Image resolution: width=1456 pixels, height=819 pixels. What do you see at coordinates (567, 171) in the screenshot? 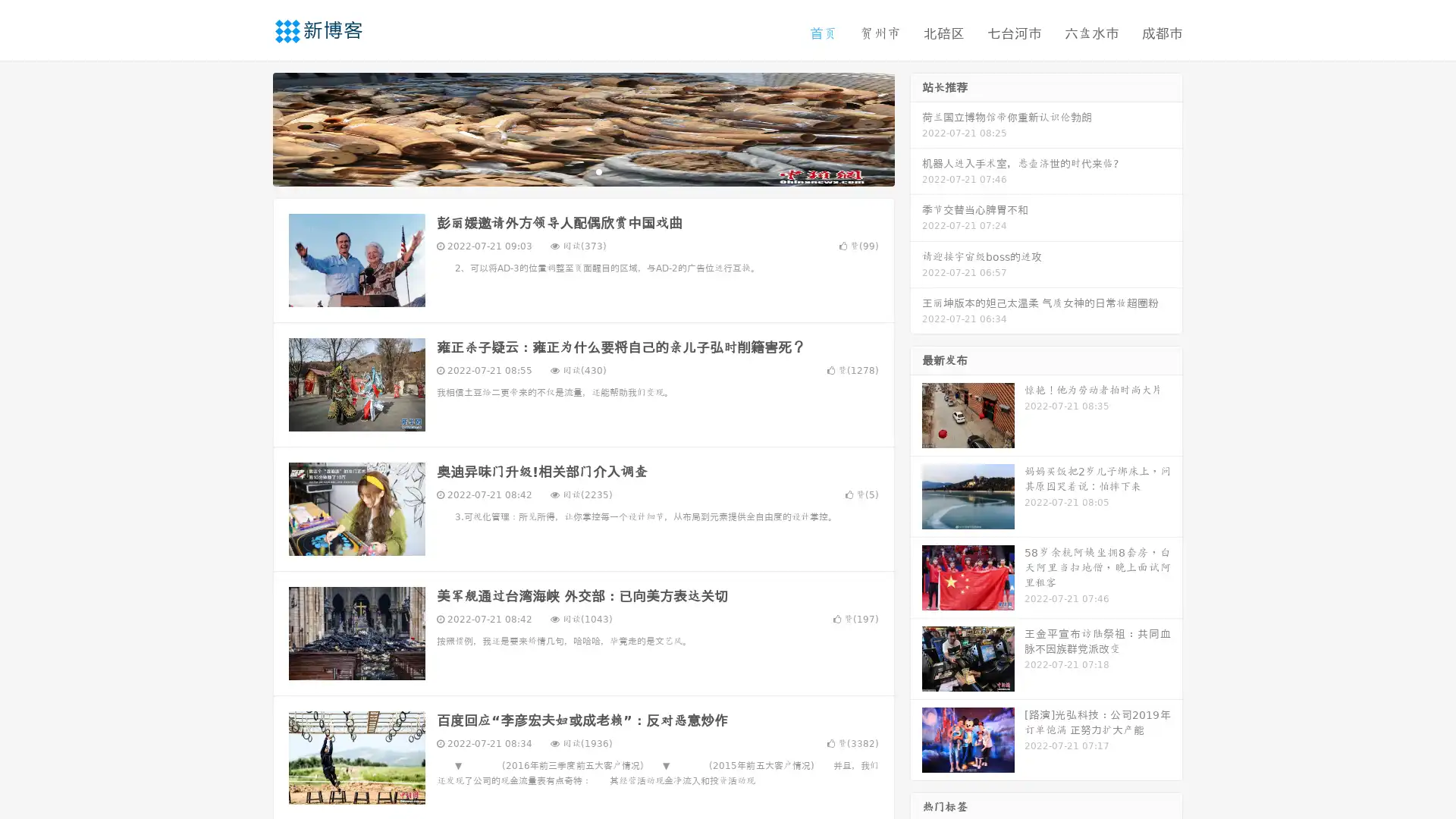
I see `Go to slide 1` at bounding box center [567, 171].